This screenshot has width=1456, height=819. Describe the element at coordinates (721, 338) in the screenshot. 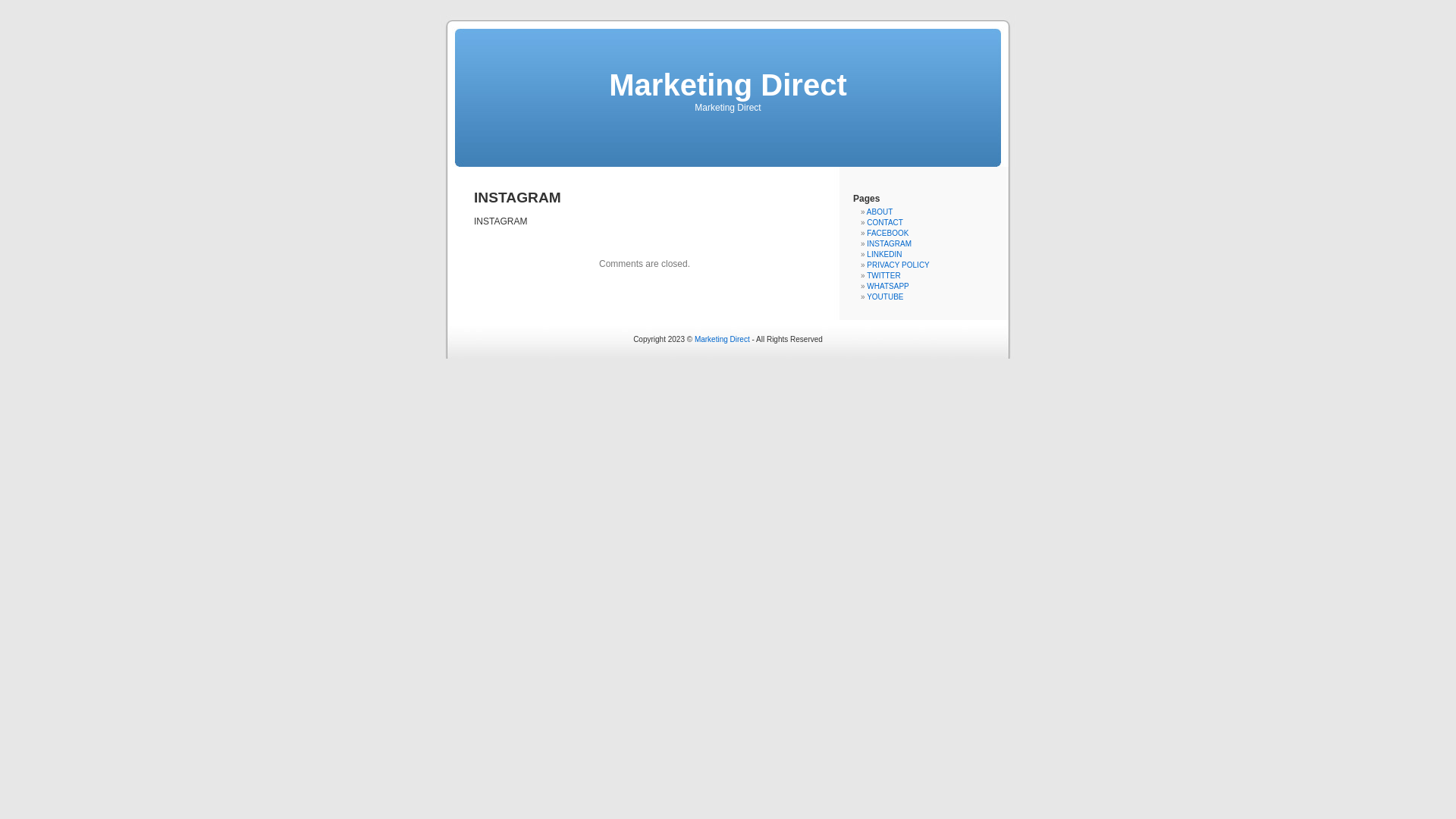

I see `'Marketing Direct'` at that location.